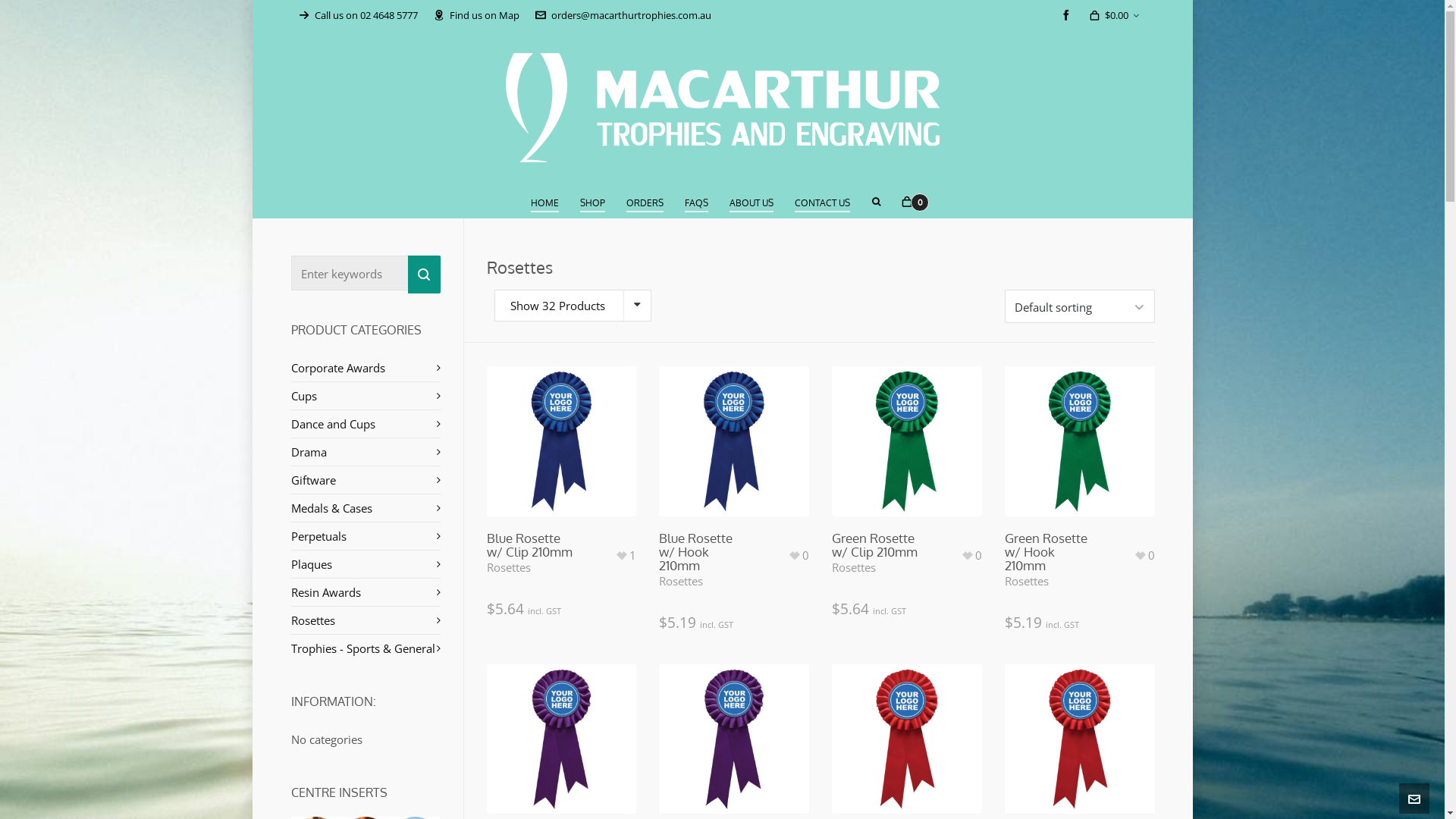 This screenshot has height=819, width=1456. I want to click on 'orders@macarthurtrophies.com.au', so click(535, 14).